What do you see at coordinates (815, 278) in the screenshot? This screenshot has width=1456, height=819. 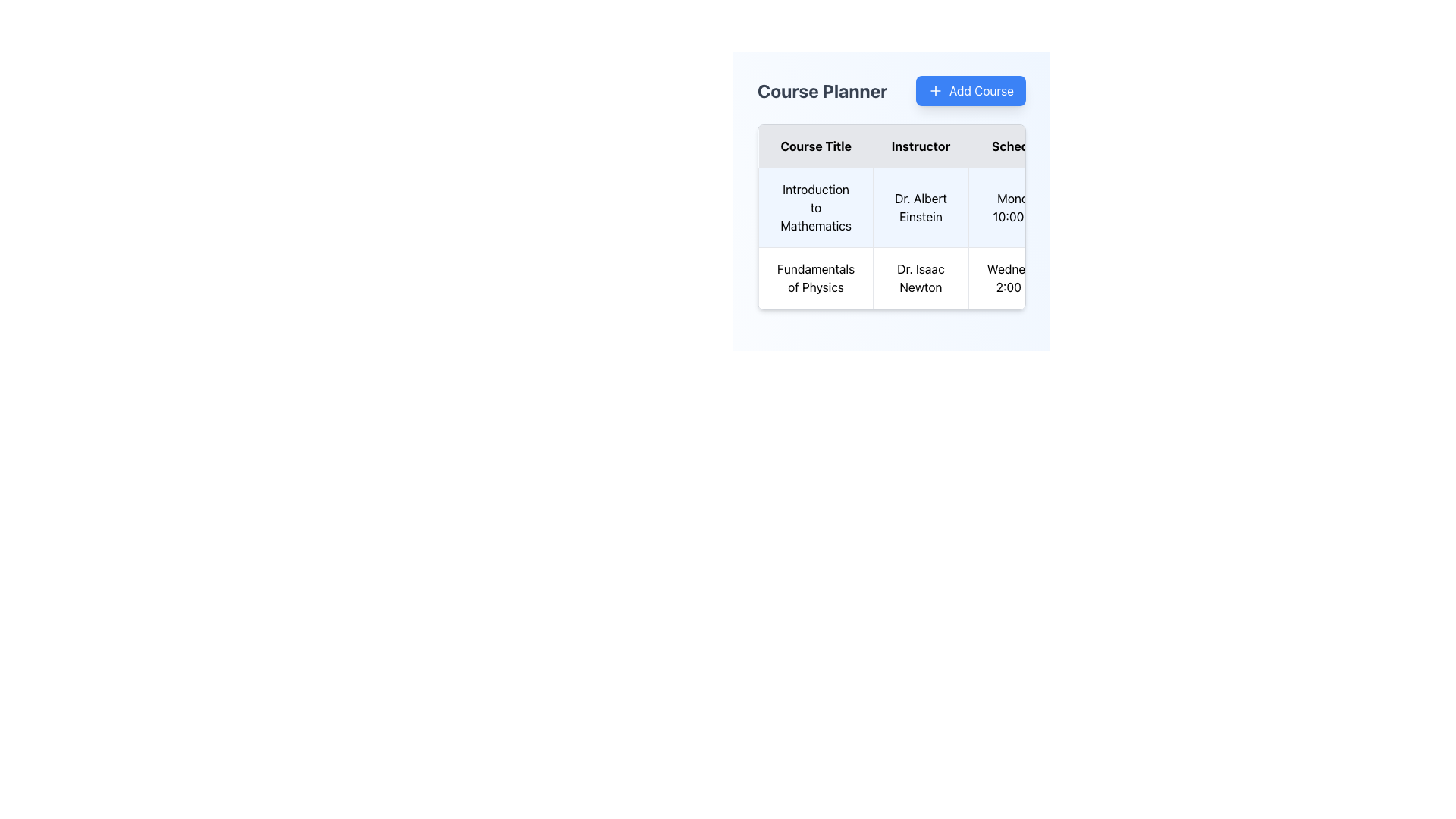 I see `the Text Display element that represents the title of a course in the academic course planning interface, located in the second row under 'Course Title', adjacent to 'Dr. Isaac Newton'` at bounding box center [815, 278].